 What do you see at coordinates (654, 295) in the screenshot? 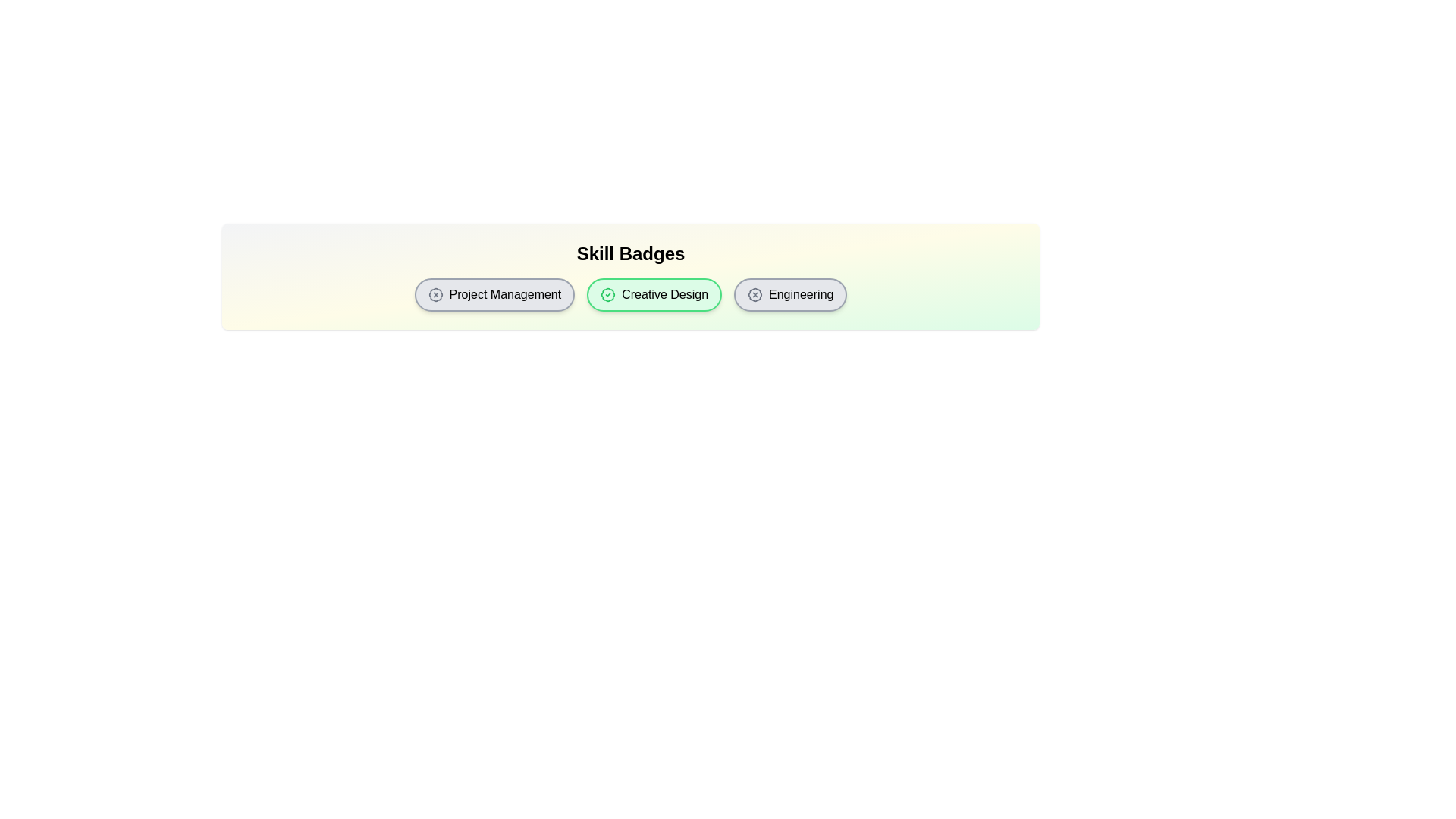
I see `the skill badge labeled Creative Design` at bounding box center [654, 295].